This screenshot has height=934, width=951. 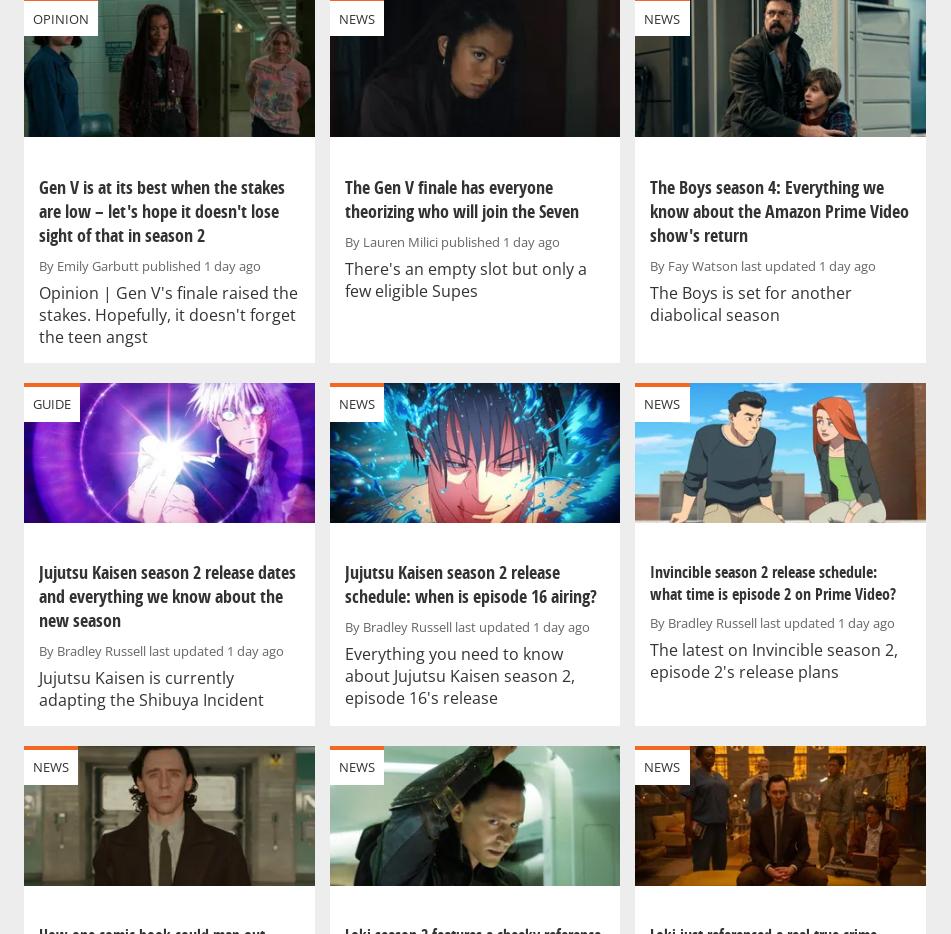 What do you see at coordinates (99, 264) in the screenshot?
I see `'Emily Garbutt'` at bounding box center [99, 264].